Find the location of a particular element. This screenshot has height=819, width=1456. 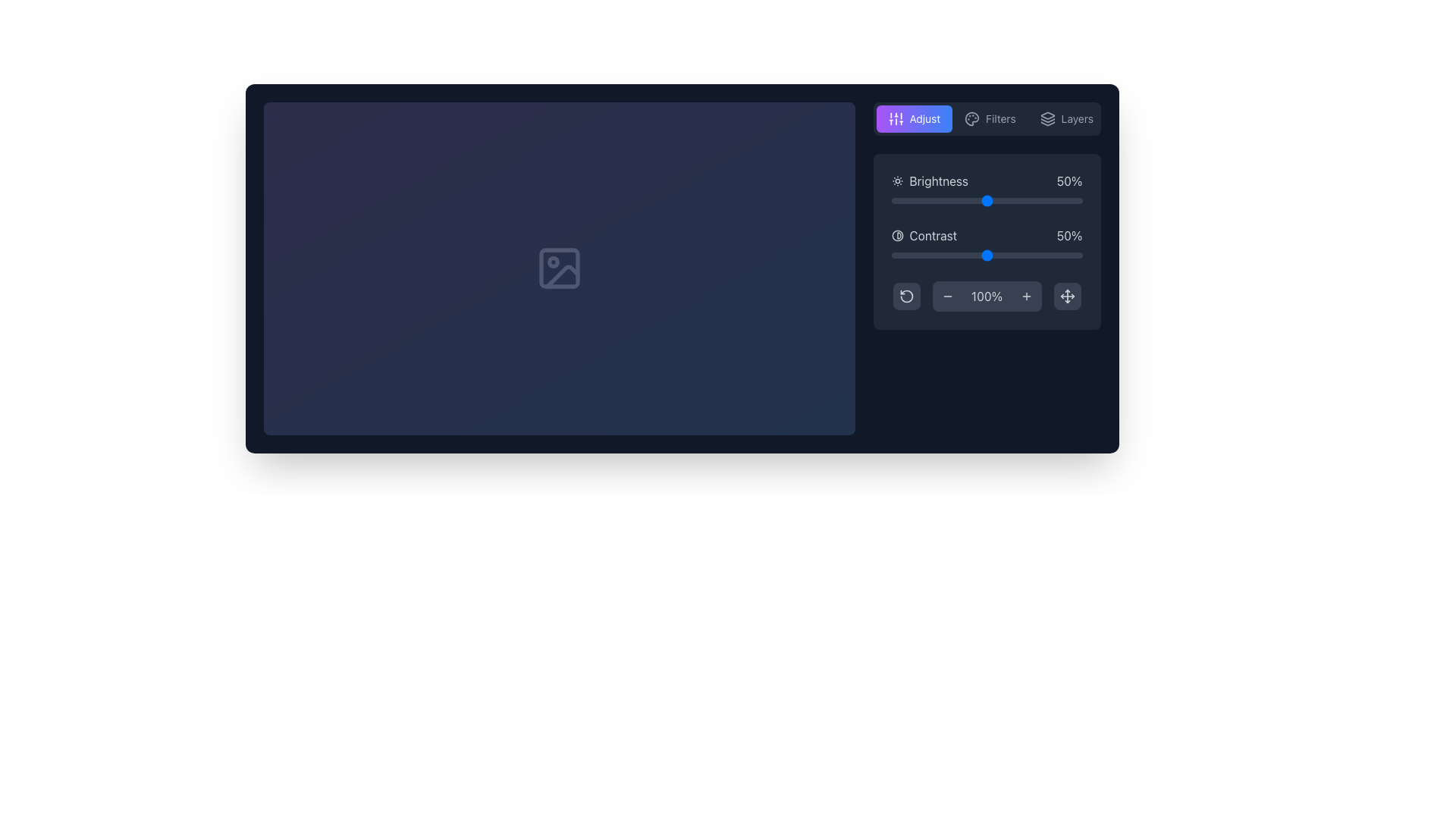

the slider value is located at coordinates (981, 200).